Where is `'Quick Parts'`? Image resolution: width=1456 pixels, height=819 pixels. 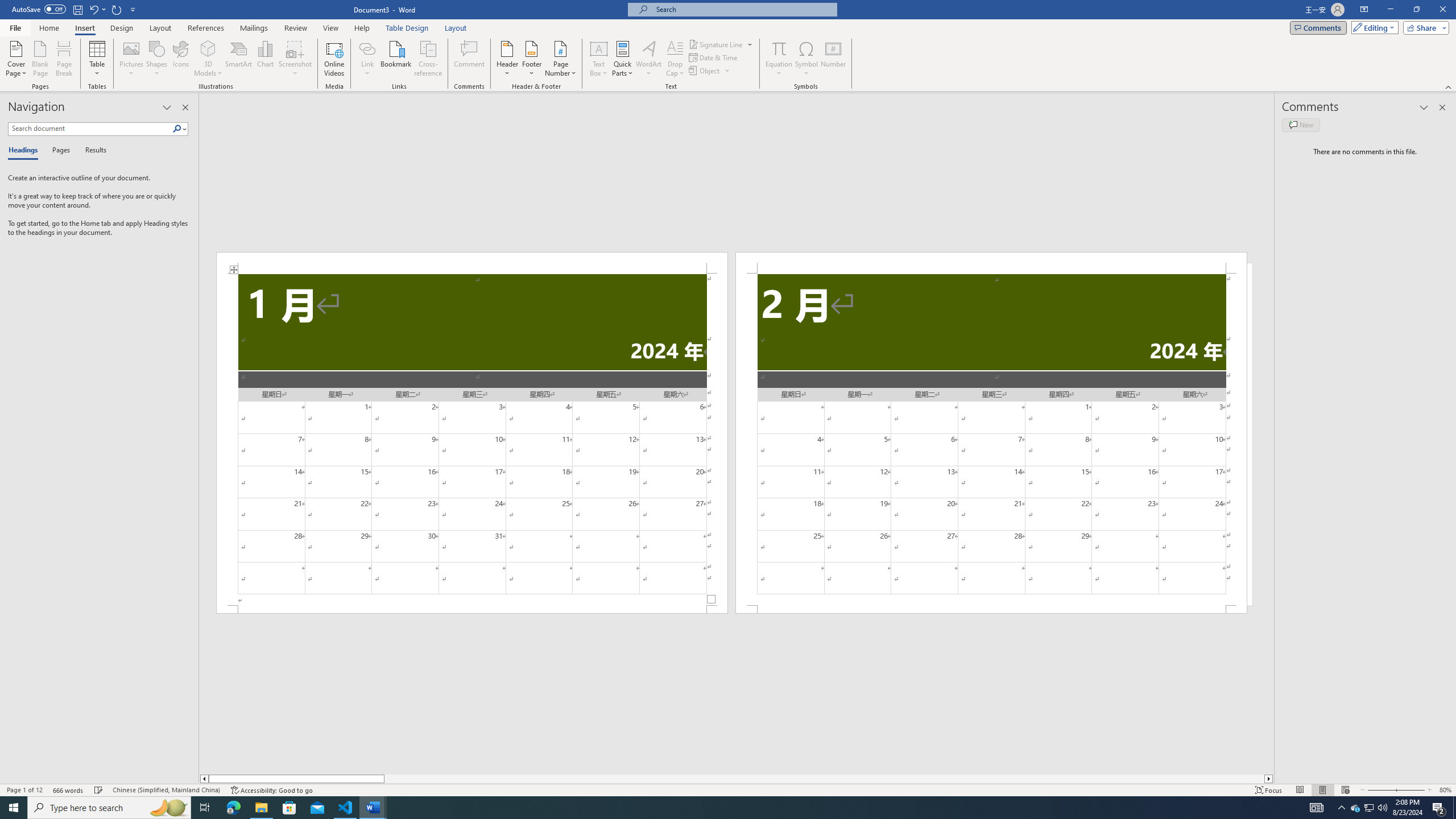 'Quick Parts' is located at coordinates (622, 59).